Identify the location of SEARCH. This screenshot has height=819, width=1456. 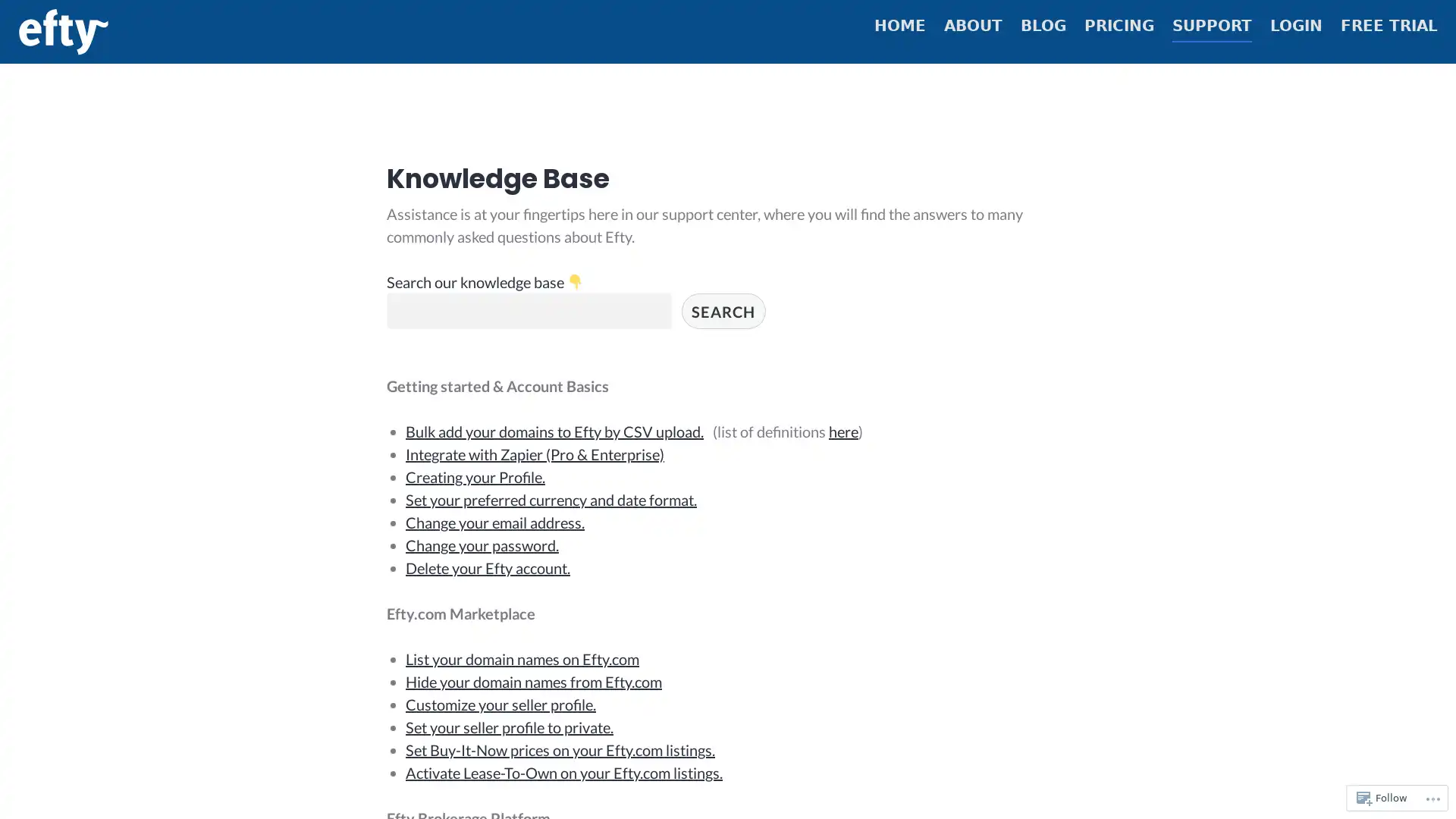
(723, 322).